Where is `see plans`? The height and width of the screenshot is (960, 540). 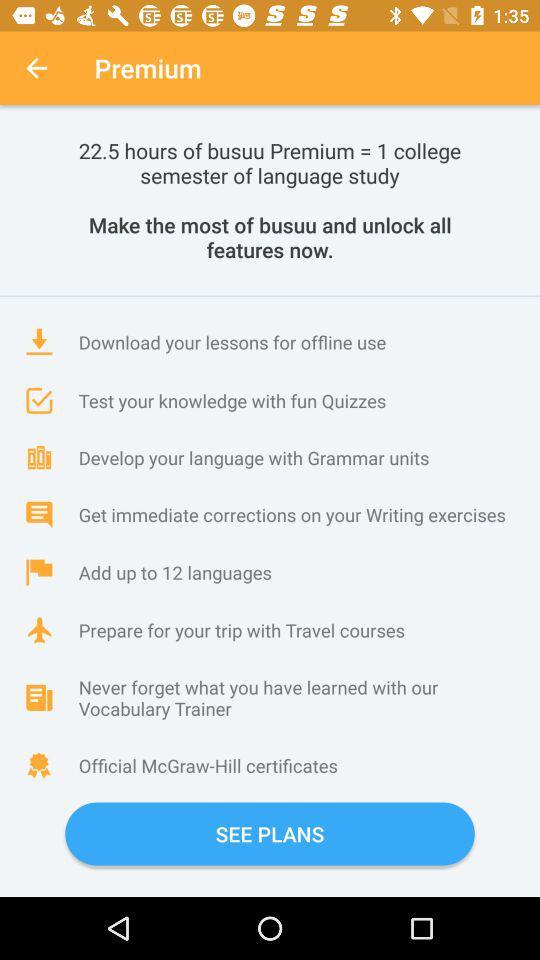
see plans is located at coordinates (270, 834).